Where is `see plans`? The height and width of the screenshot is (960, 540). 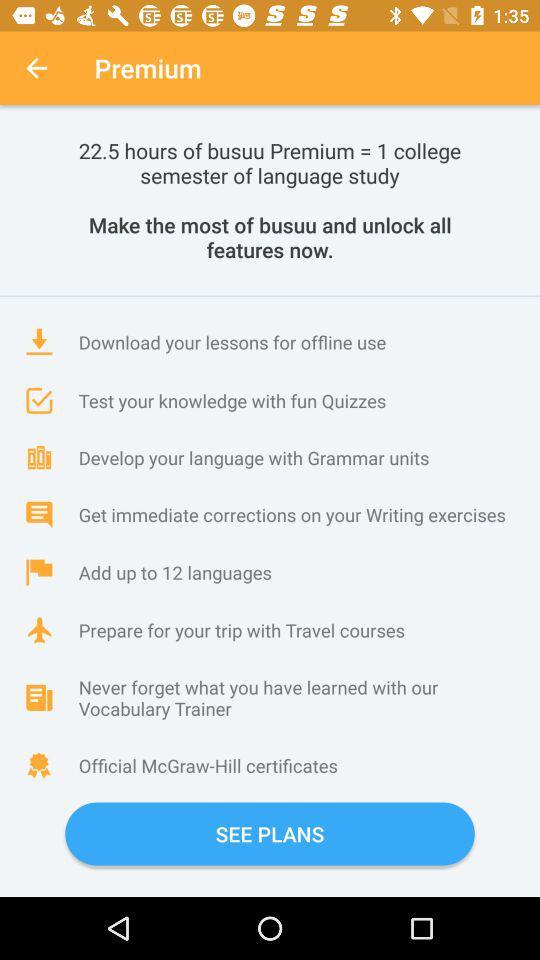
see plans is located at coordinates (270, 834).